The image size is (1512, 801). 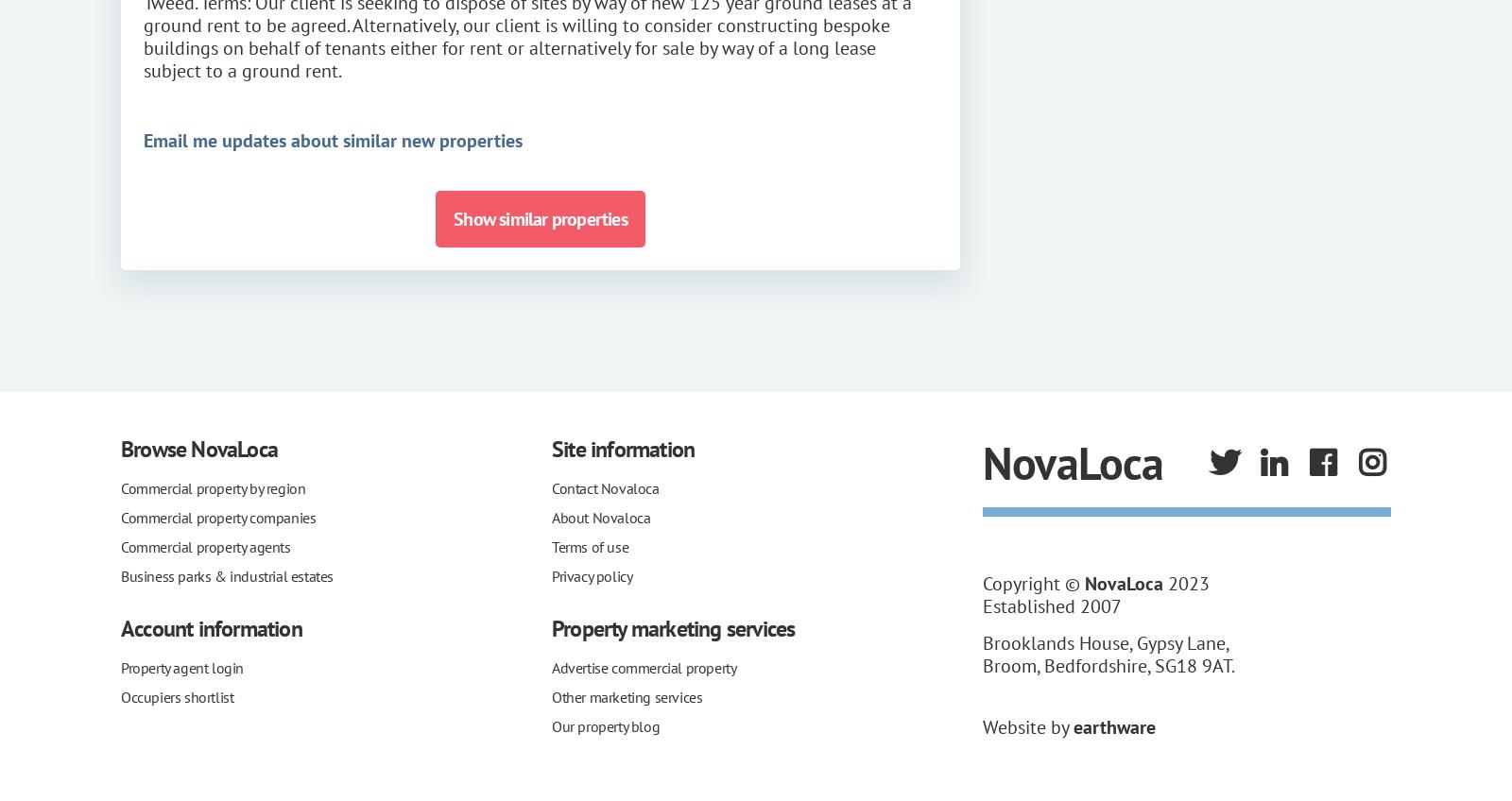 What do you see at coordinates (1184, 583) in the screenshot?
I see `'2023'` at bounding box center [1184, 583].